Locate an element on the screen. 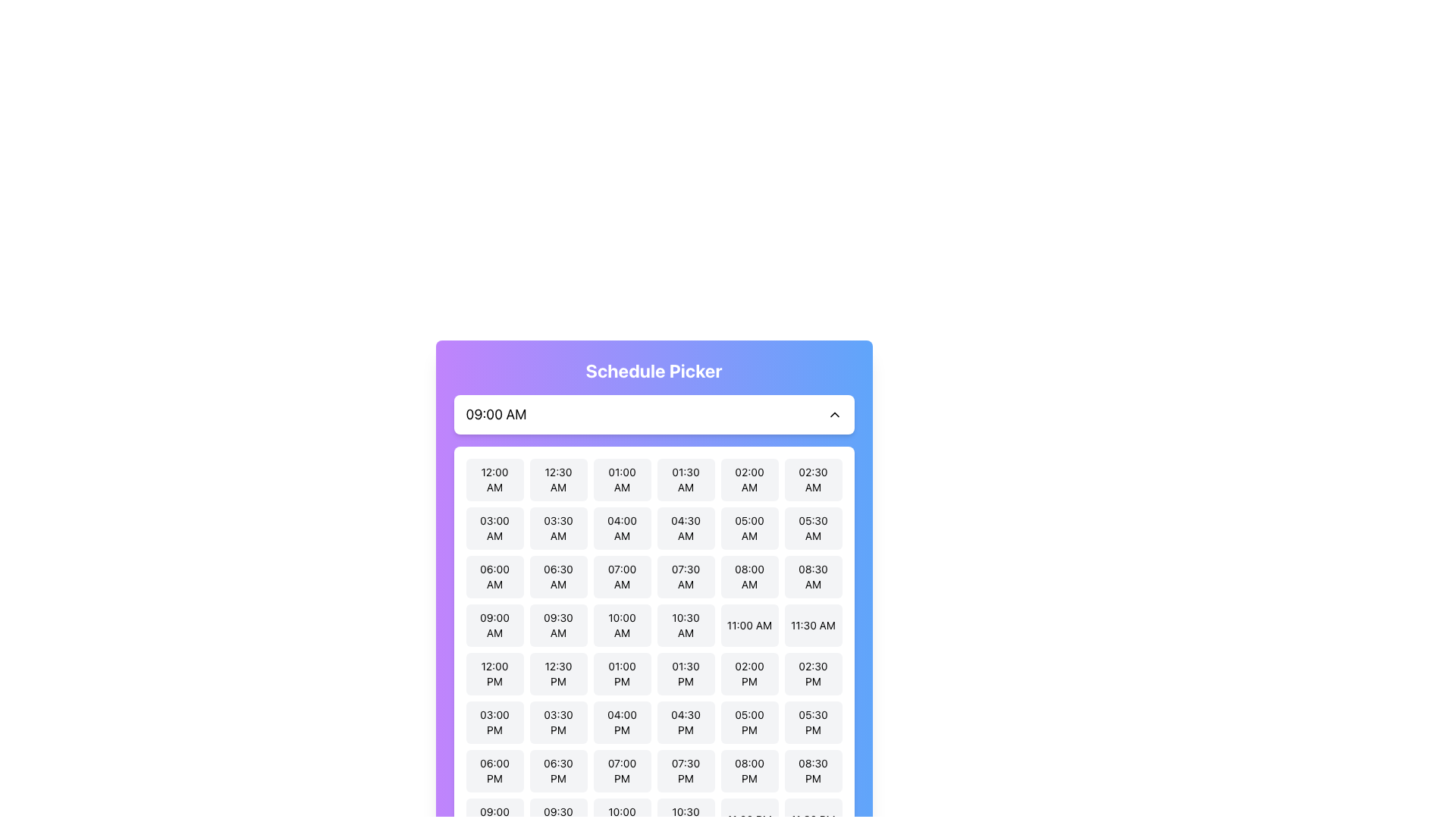  the button labeled '05:30 PM', which is a rectangular light gray button with rounded corners located in the bottom-right corner of the grid layout is located at coordinates (812, 721).